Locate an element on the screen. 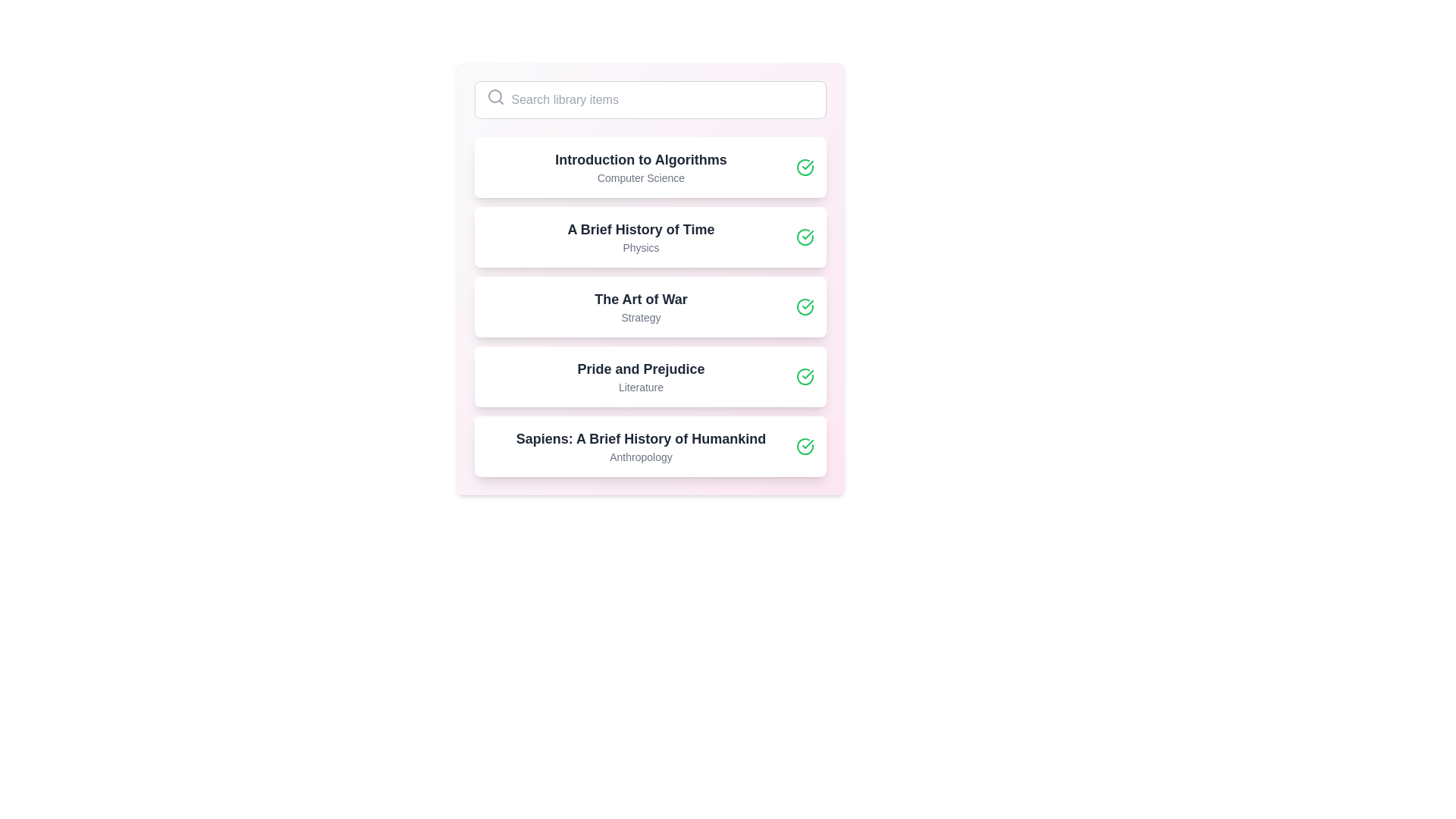 The image size is (1456, 819). the success indicator icon located in the top-right corner of the 'Introduction to Algorithms' card is located at coordinates (804, 167).